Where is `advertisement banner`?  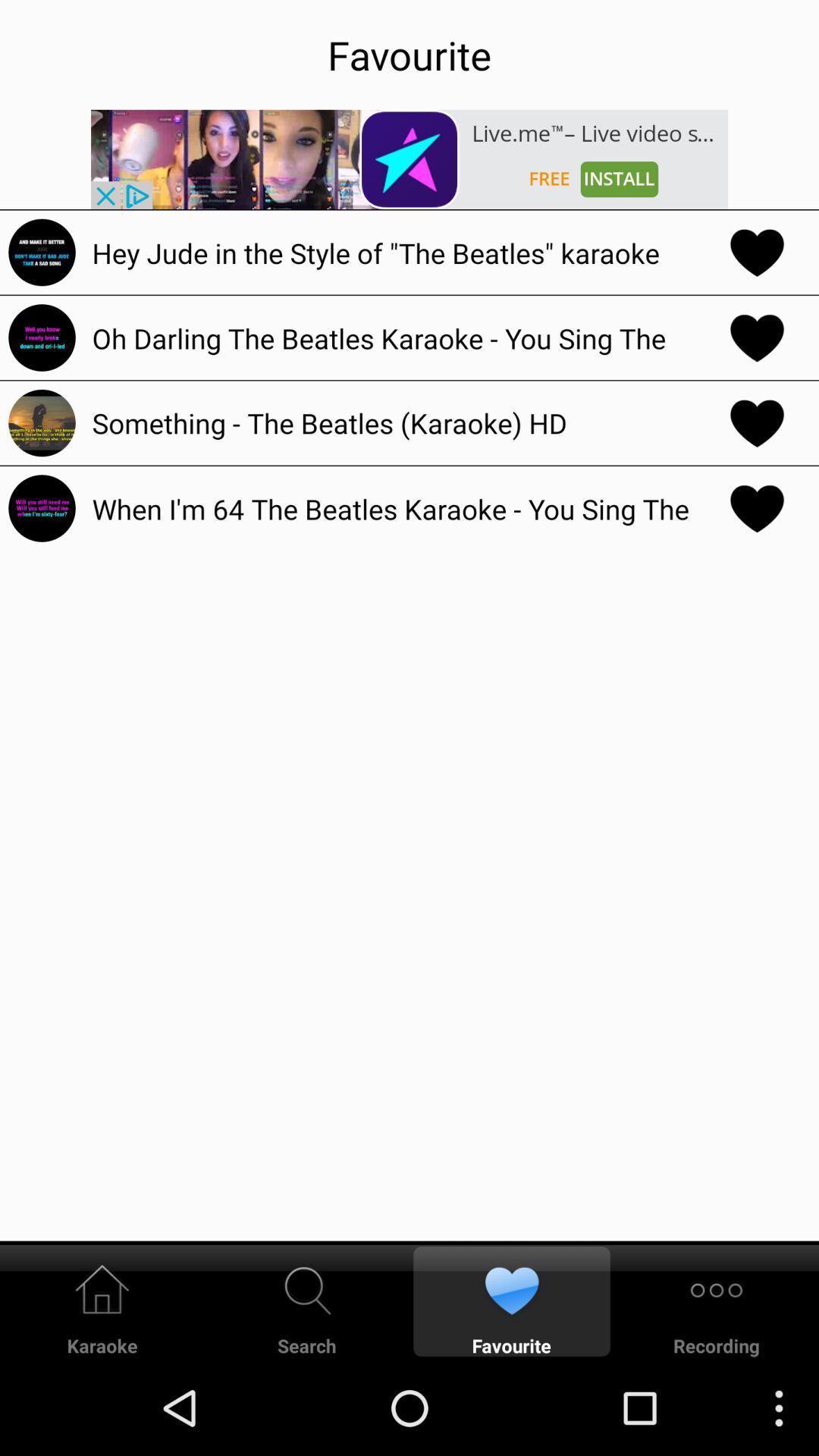
advertisement banner is located at coordinates (409, 159).